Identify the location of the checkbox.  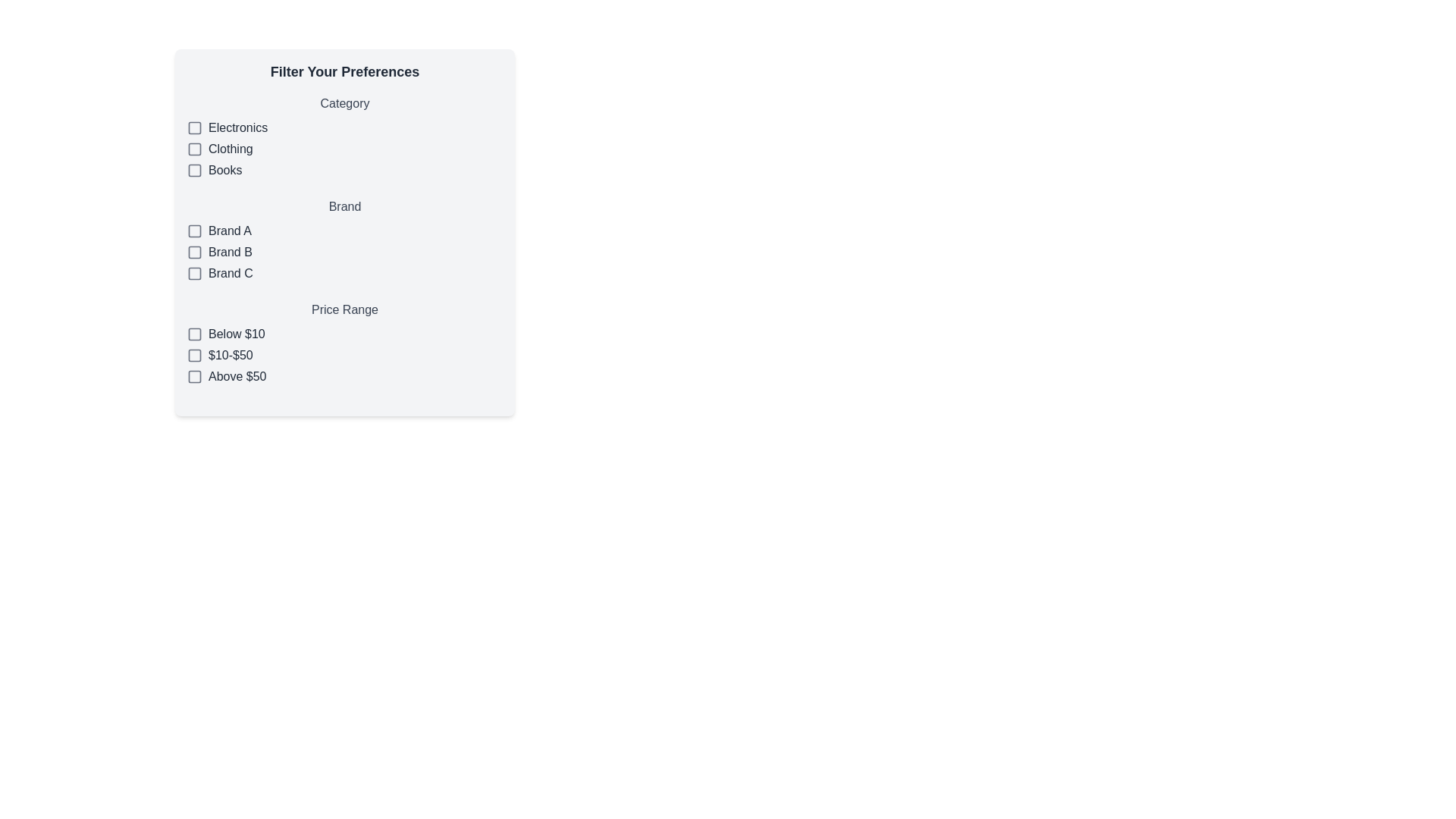
(194, 376).